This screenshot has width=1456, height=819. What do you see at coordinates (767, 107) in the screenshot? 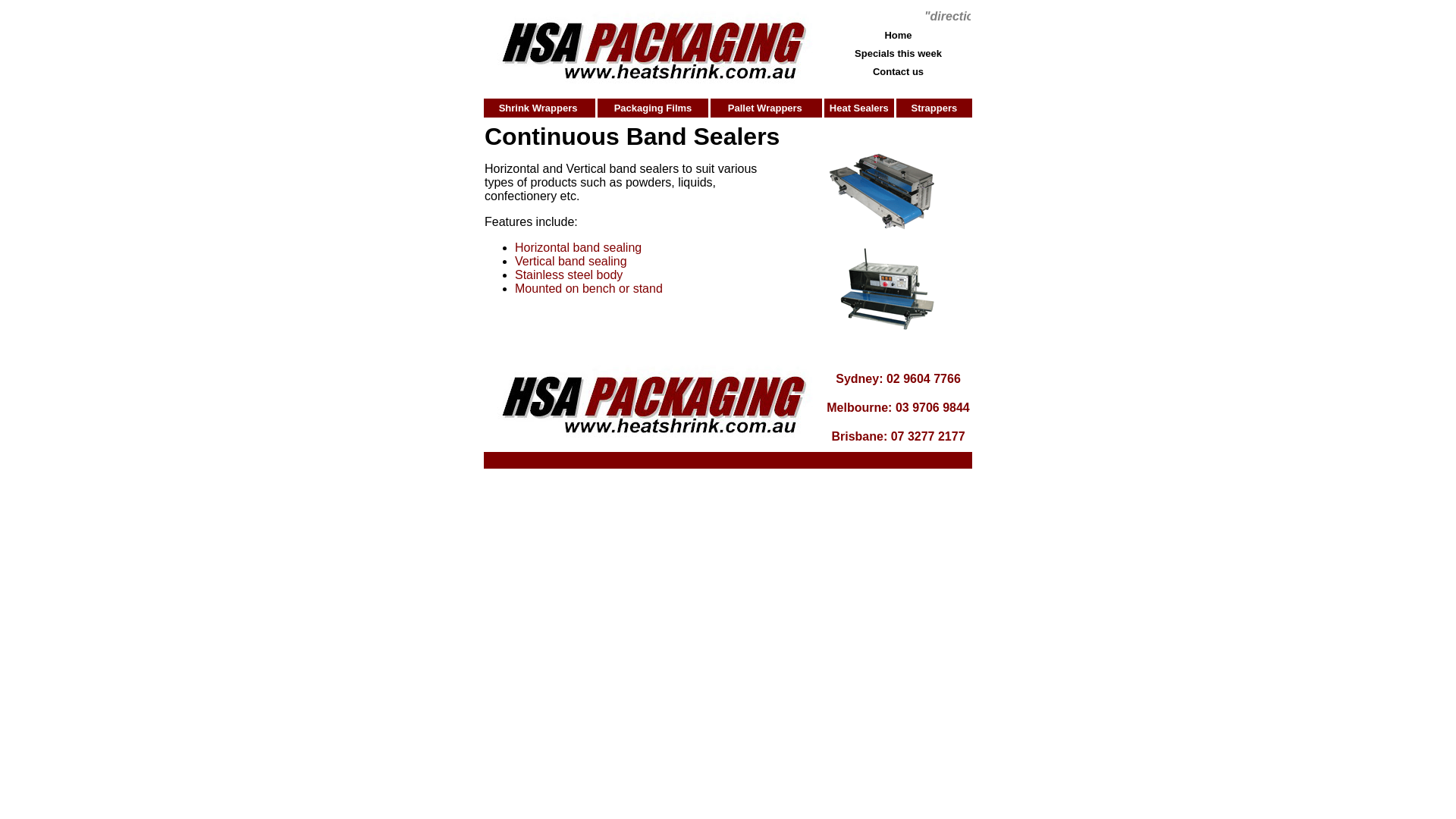
I see `'Pallet Wrappers '` at bounding box center [767, 107].